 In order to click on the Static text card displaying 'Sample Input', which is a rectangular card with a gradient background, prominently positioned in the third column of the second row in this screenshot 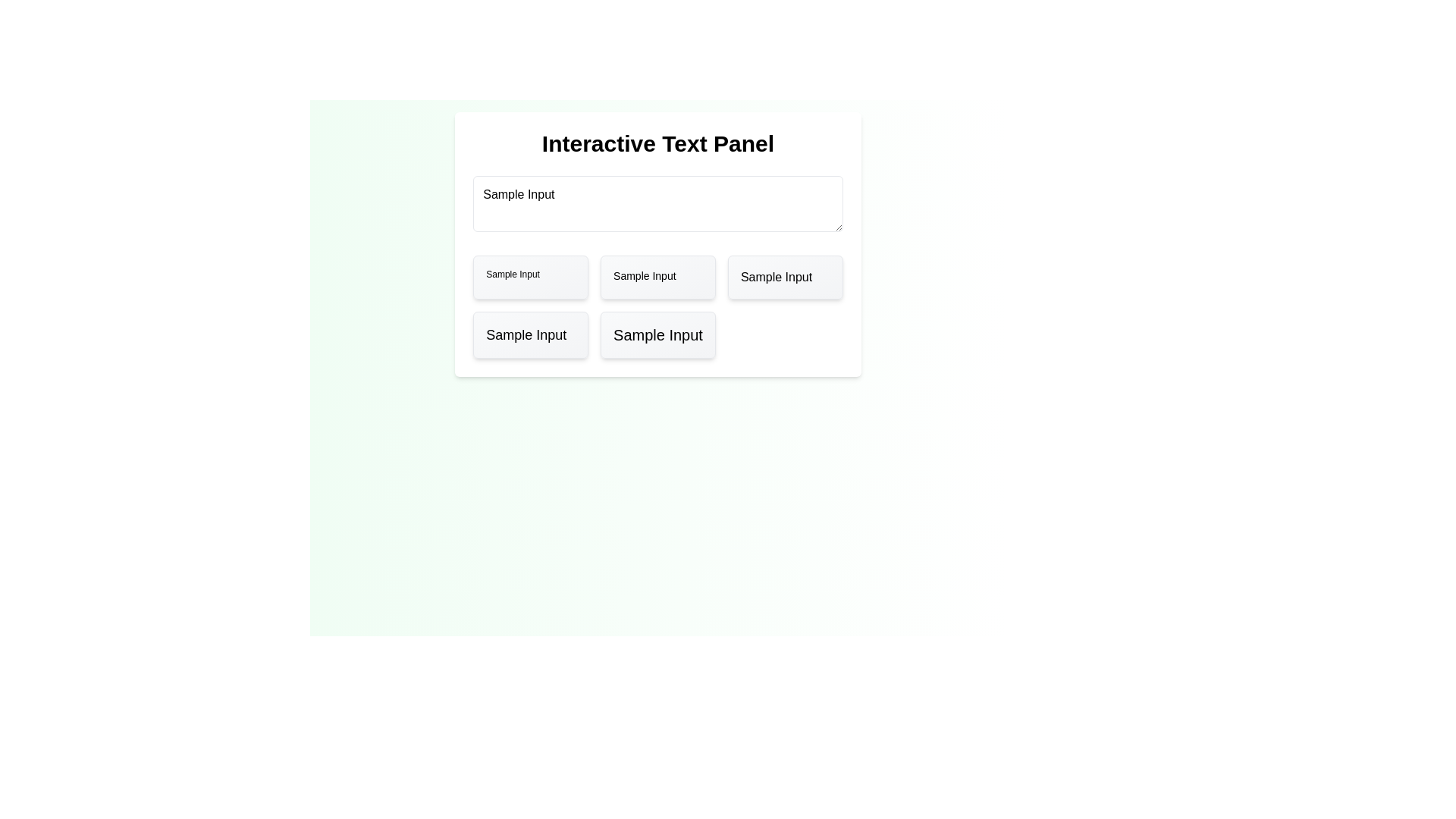, I will do `click(658, 334)`.